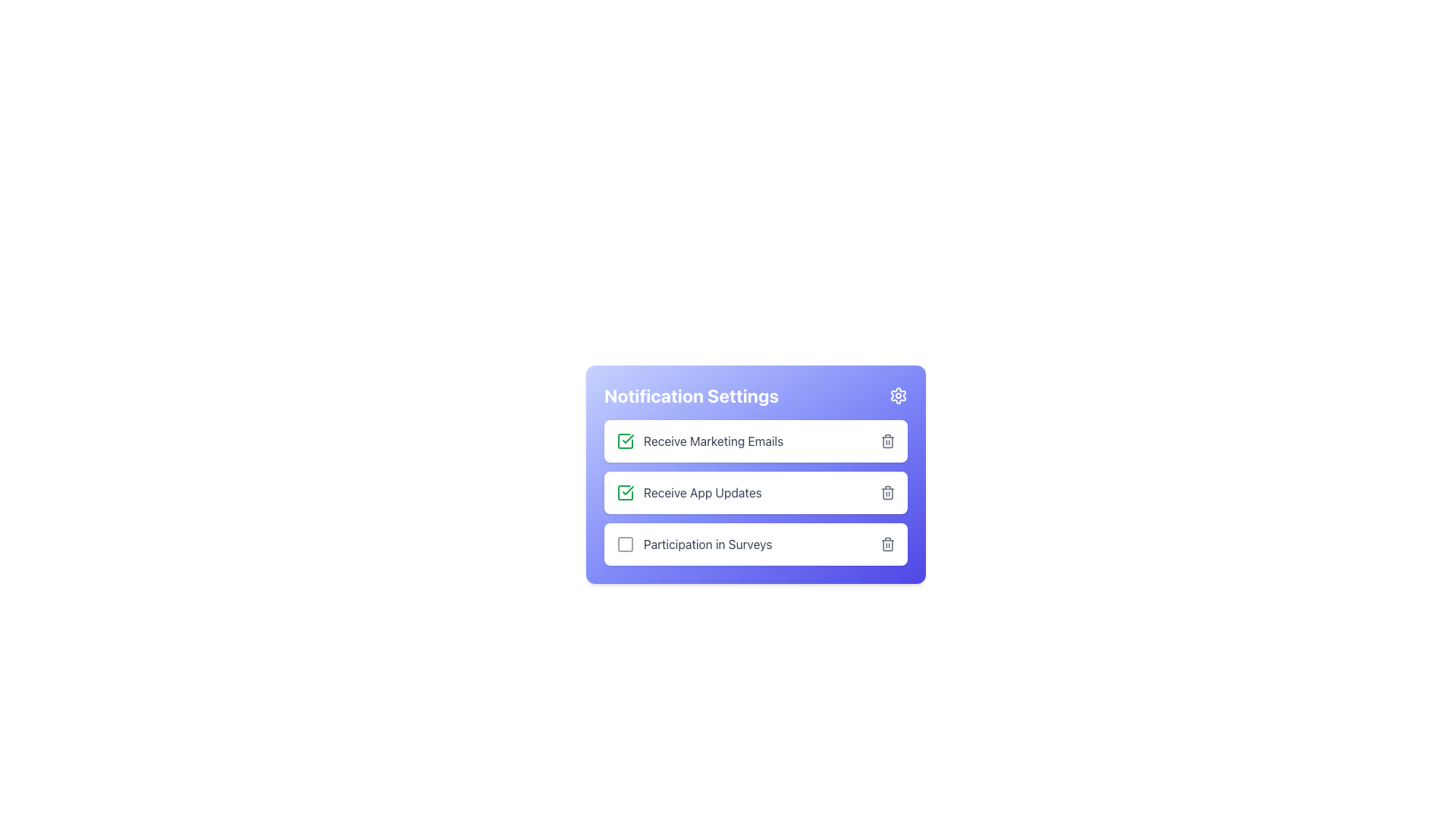  What do you see at coordinates (626, 493) in the screenshot?
I see `the green-outlined checkbox icon with a checkmark located to the left of the 'Receive App Updates' label in the 'Notification Settings' section` at bounding box center [626, 493].